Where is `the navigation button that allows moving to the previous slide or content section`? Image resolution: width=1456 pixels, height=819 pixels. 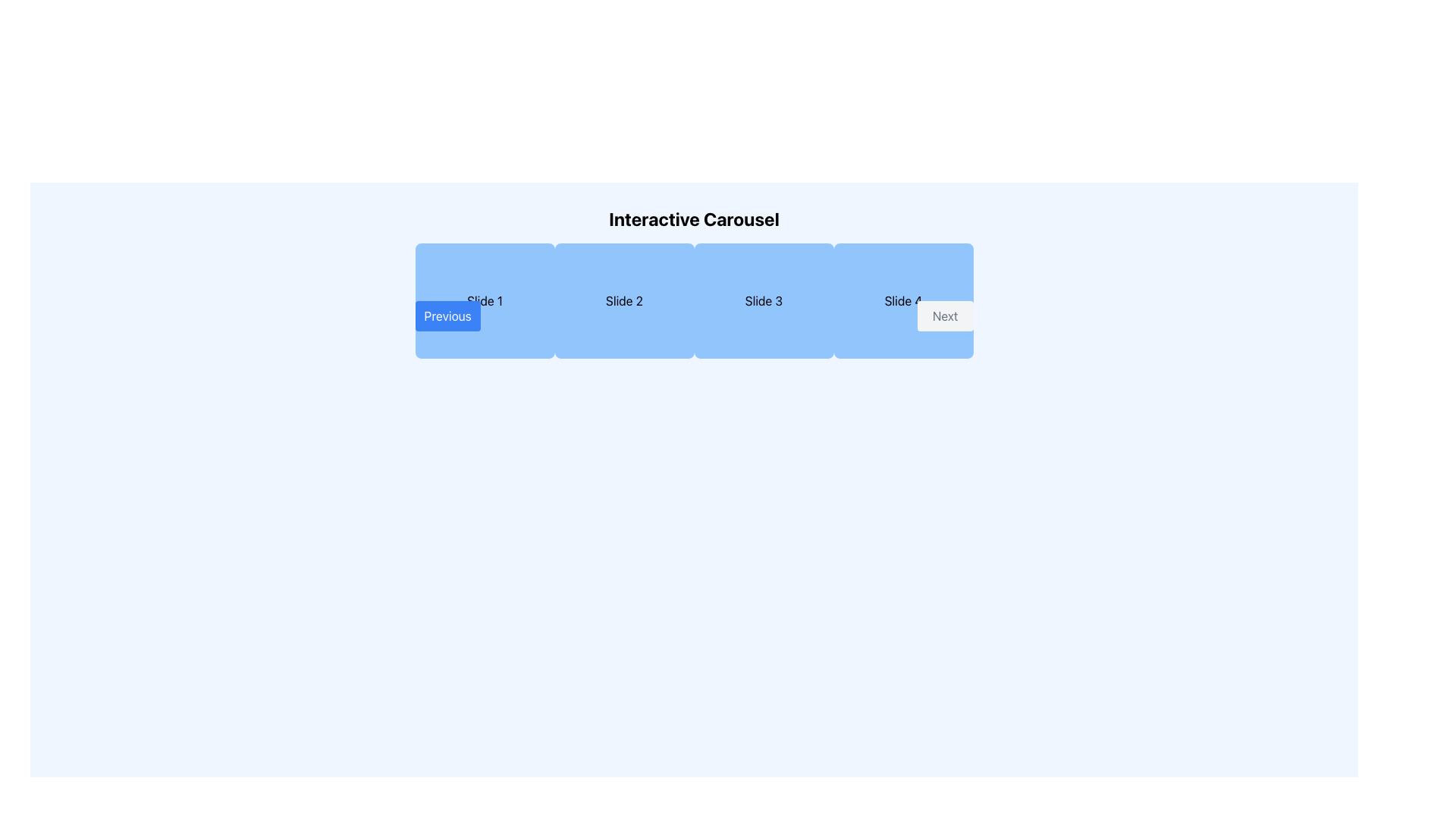 the navigation button that allows moving to the previous slide or content section is located at coordinates (447, 315).